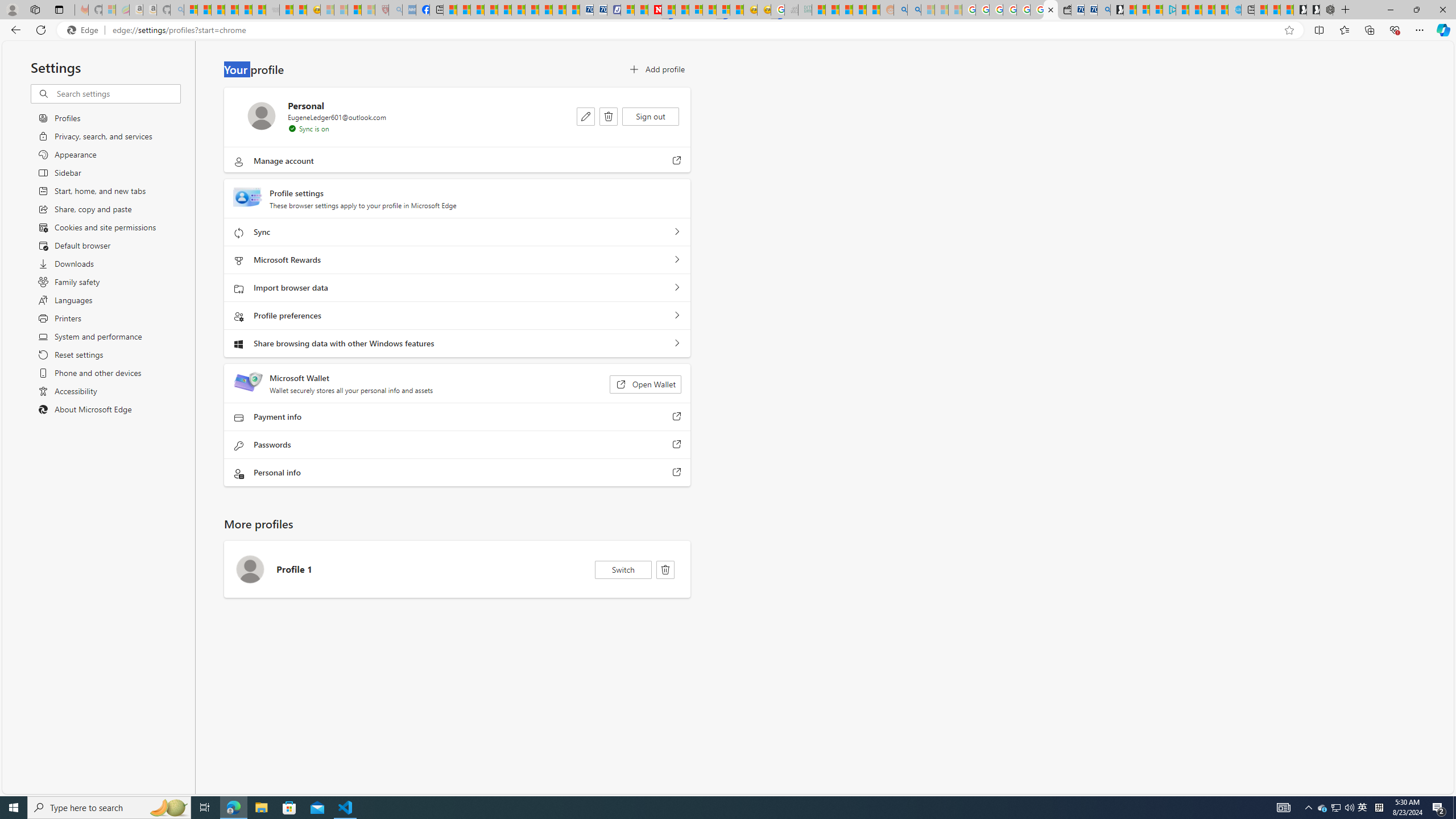 This screenshot has height=819, width=1456. What do you see at coordinates (665, 570) in the screenshot?
I see `'Delete'` at bounding box center [665, 570].